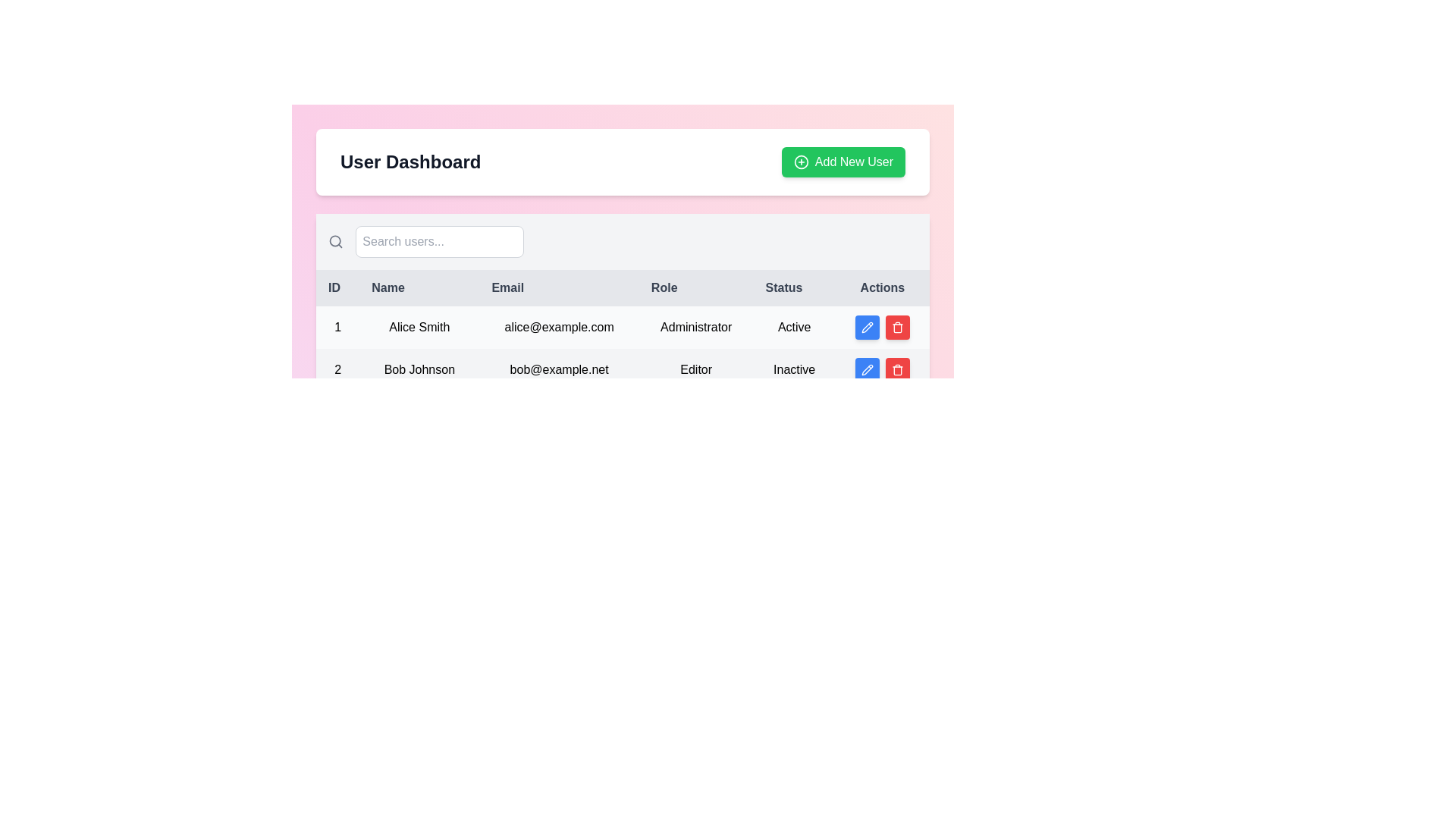 Image resolution: width=1456 pixels, height=819 pixels. What do you see at coordinates (867, 327) in the screenshot?
I see `the edit button located in the 'Actions' column of the first row of the user table to initiate editing of the user details` at bounding box center [867, 327].